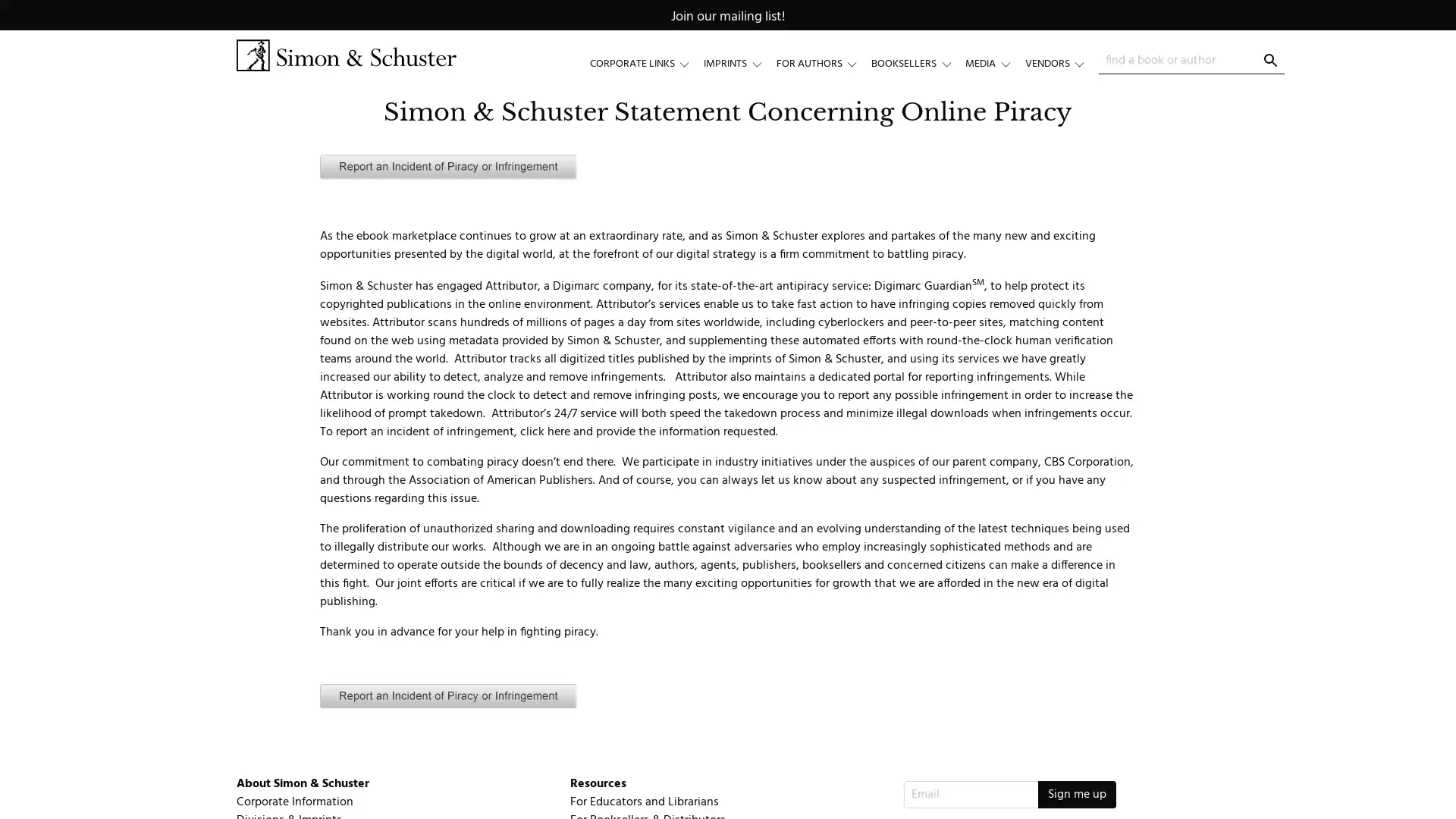 The image size is (1456, 819). I want to click on FOR AUTHORS, so click(822, 63).